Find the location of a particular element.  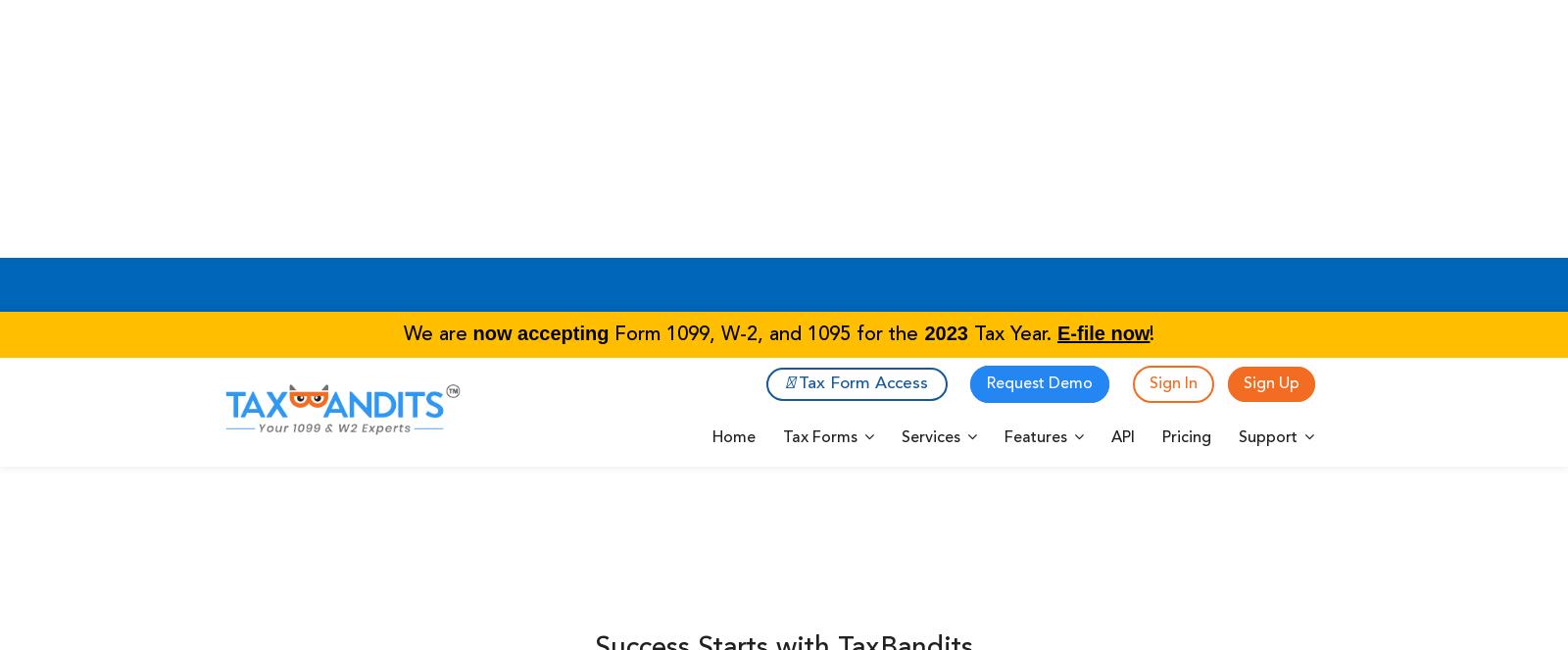

'Search Now' is located at coordinates (1002, 106).